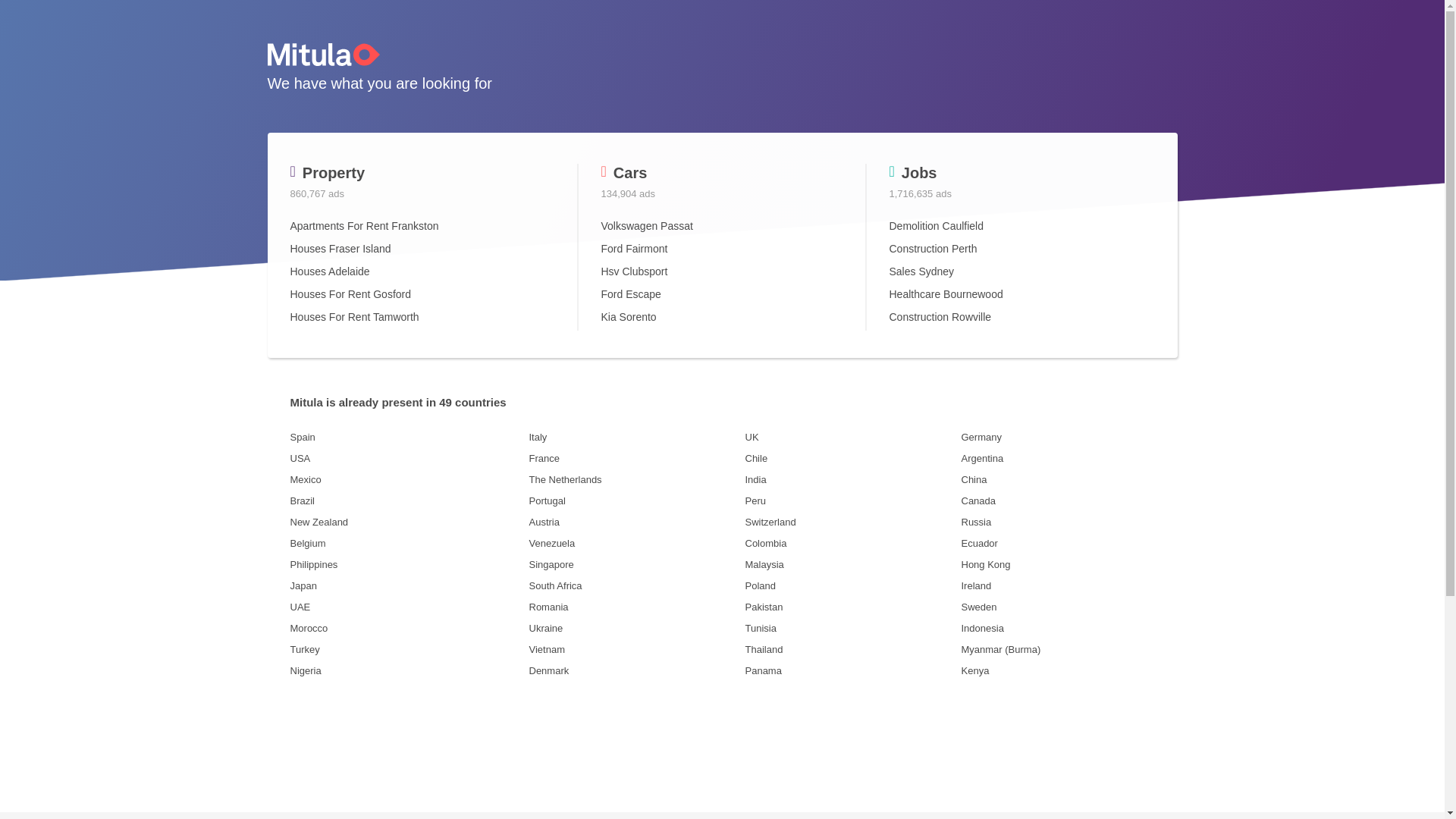 This screenshot has width=1456, height=819. I want to click on 'Sales Sydney', so click(920, 271).